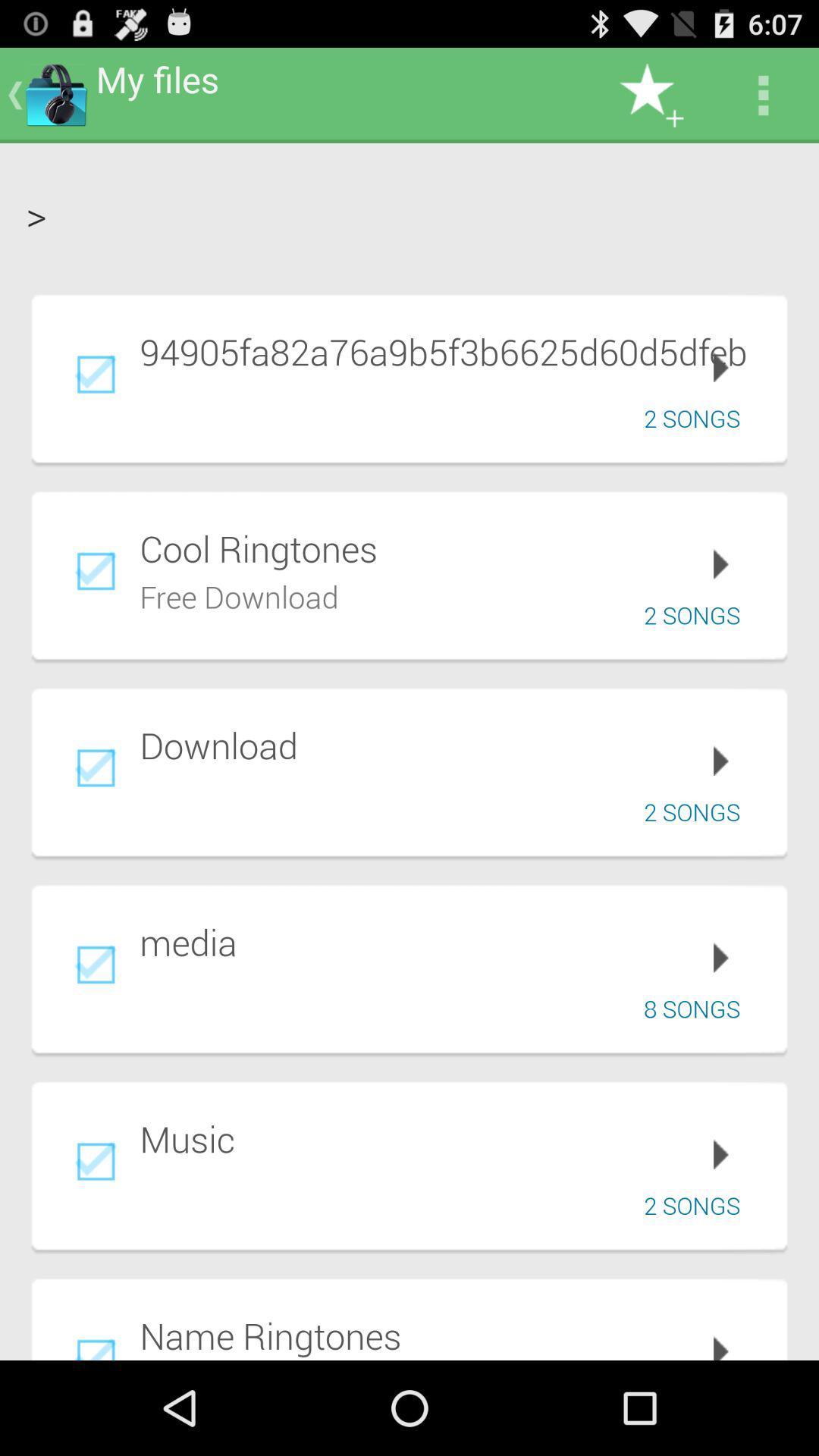 The image size is (819, 1456). Describe the element at coordinates (697, 1009) in the screenshot. I see `8 songs icon` at that location.